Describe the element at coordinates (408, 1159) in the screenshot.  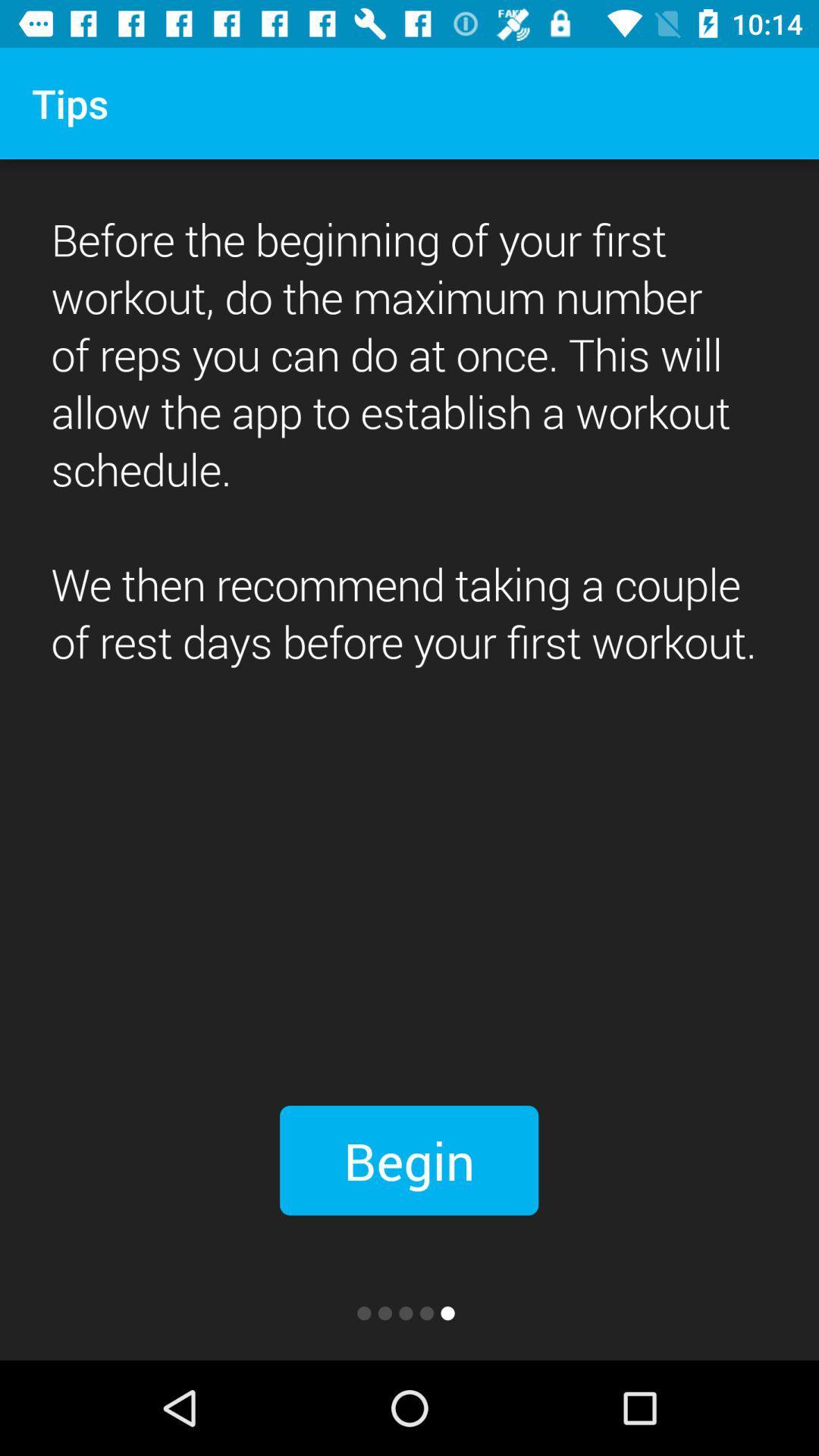
I see `icon below the before the beginning` at that location.